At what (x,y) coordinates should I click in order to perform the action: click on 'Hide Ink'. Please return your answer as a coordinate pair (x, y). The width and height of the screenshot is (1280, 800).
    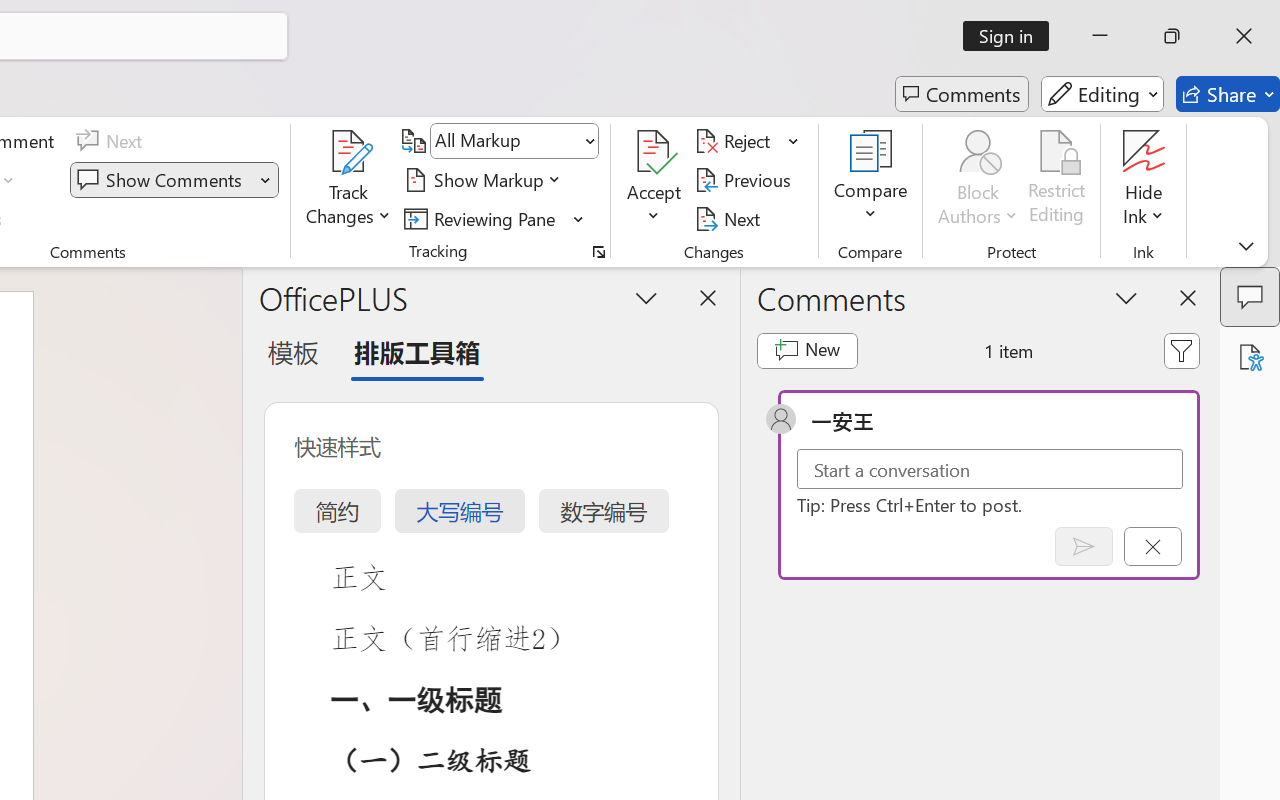
    Looking at the image, I should click on (1144, 179).